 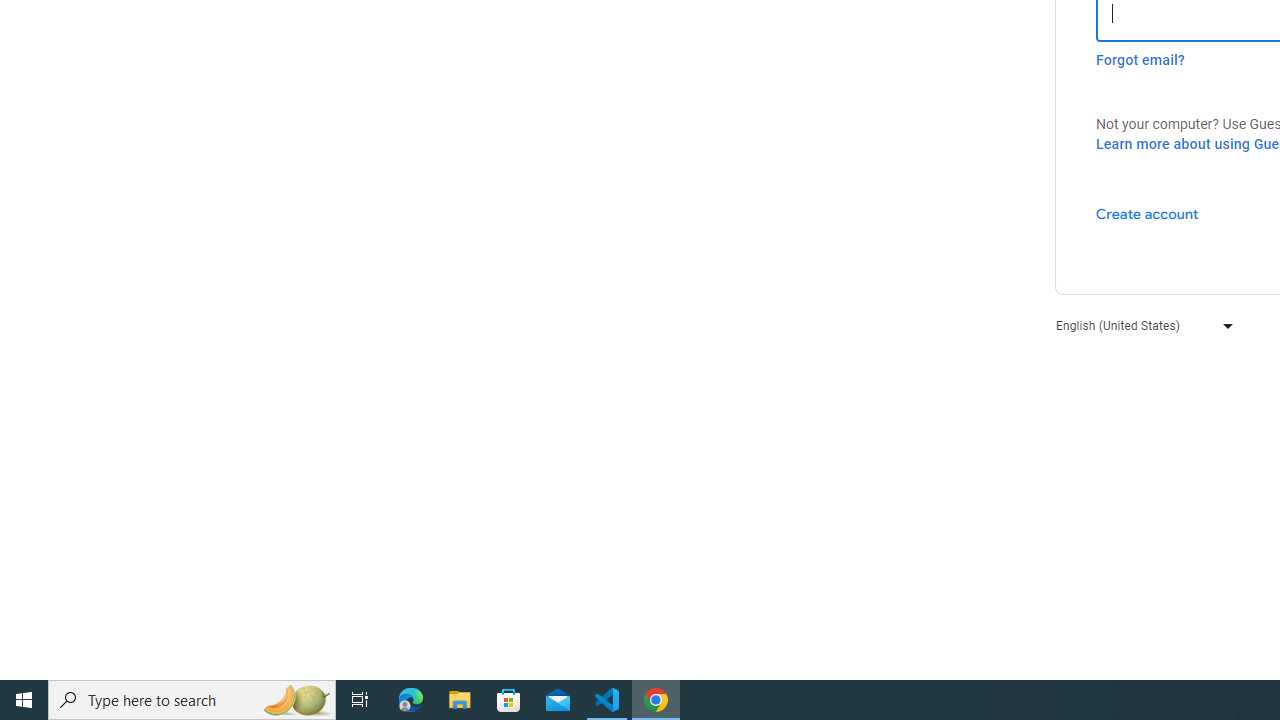 I want to click on 'Create account', so click(x=1146, y=213).